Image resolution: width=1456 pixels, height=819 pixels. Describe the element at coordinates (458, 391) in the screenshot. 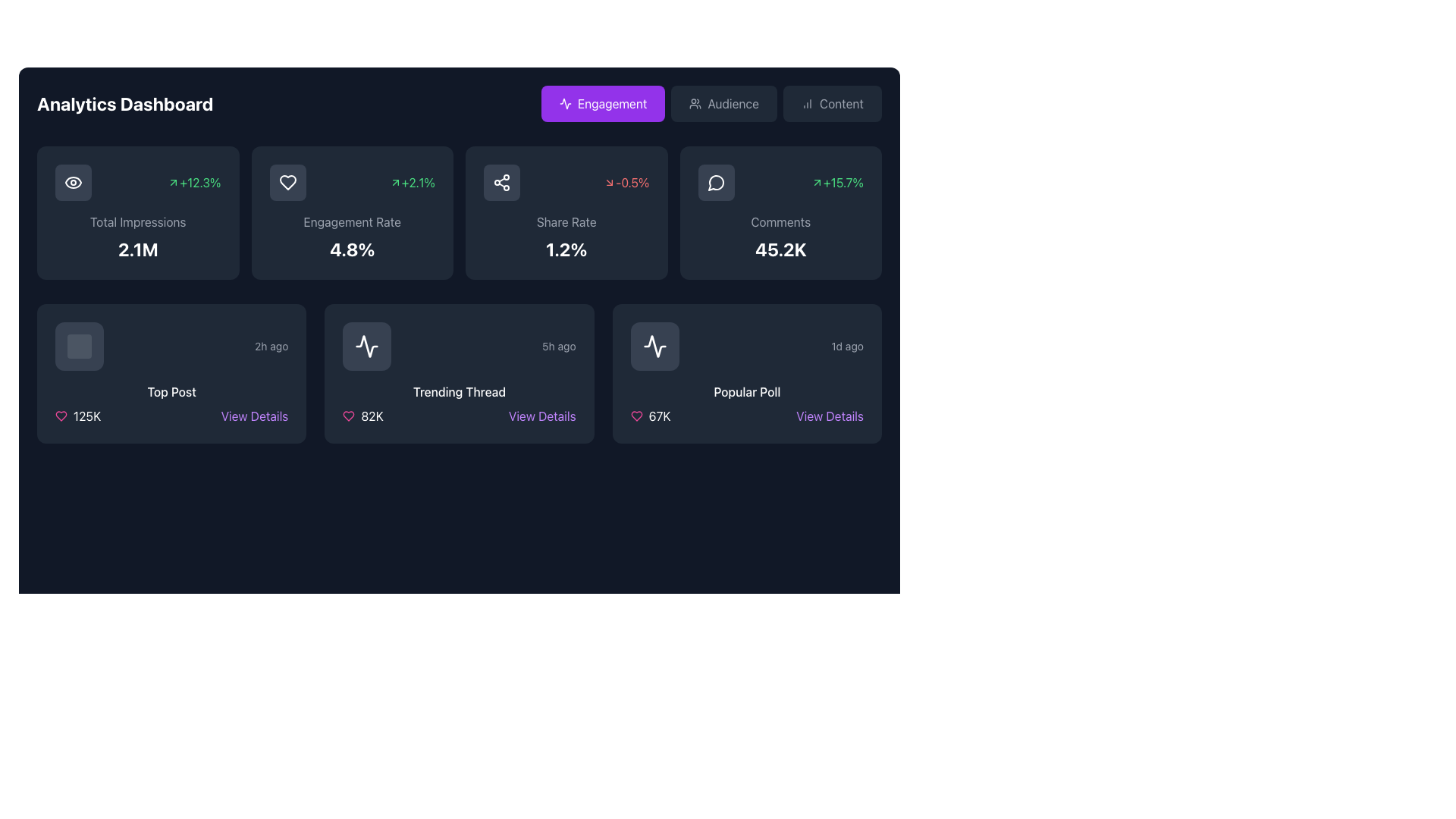

I see `displayed text 'Trending Thread' which is centrally located in the middle card of a three-card layout, above the count indicator '82K'` at that location.